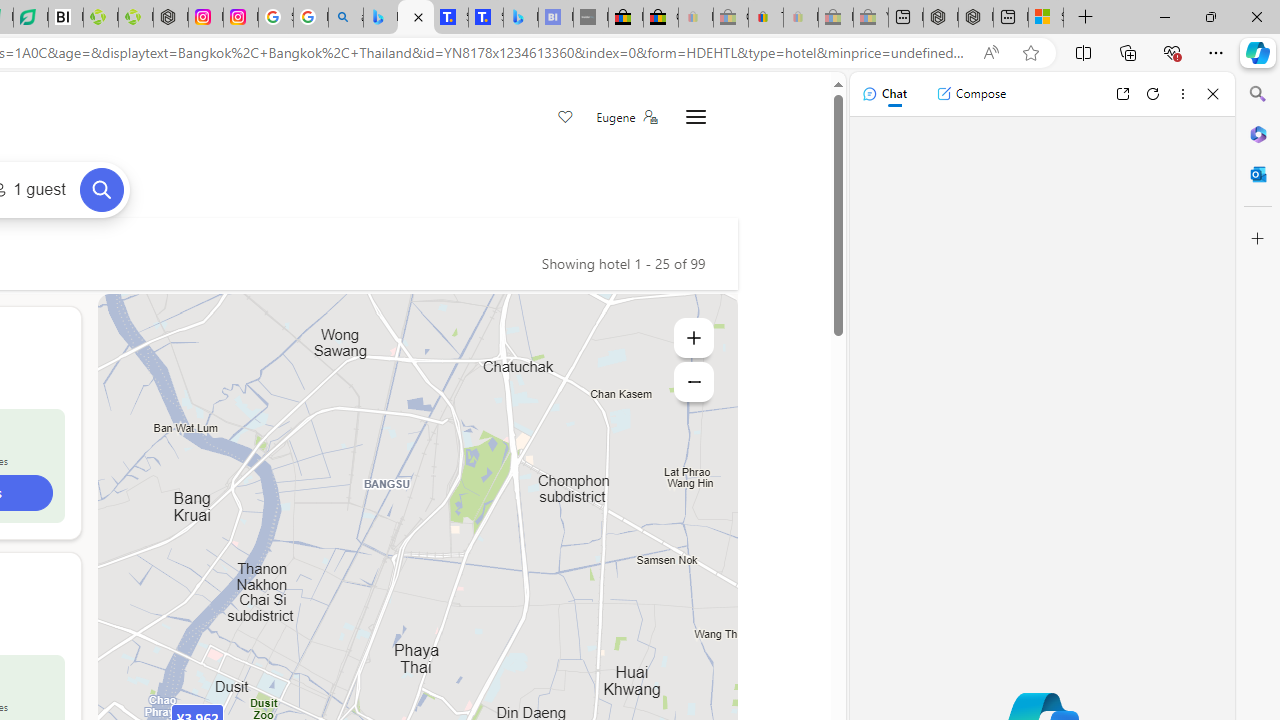 The image size is (1280, 720). Describe the element at coordinates (835, 17) in the screenshot. I see `'Press Room - eBay Inc. - Sleeping'` at that location.